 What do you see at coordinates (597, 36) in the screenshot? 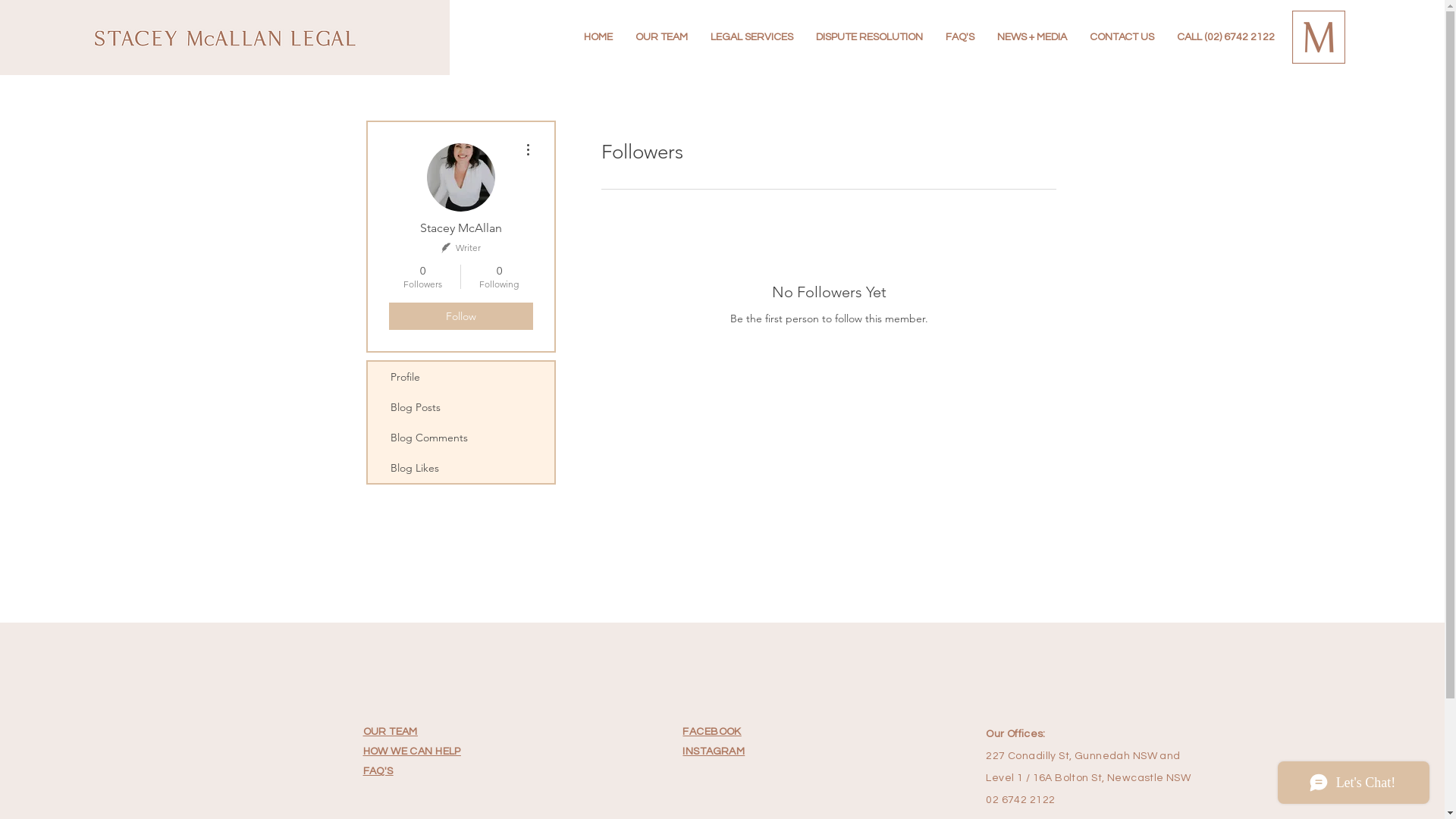
I see `'HOME'` at bounding box center [597, 36].